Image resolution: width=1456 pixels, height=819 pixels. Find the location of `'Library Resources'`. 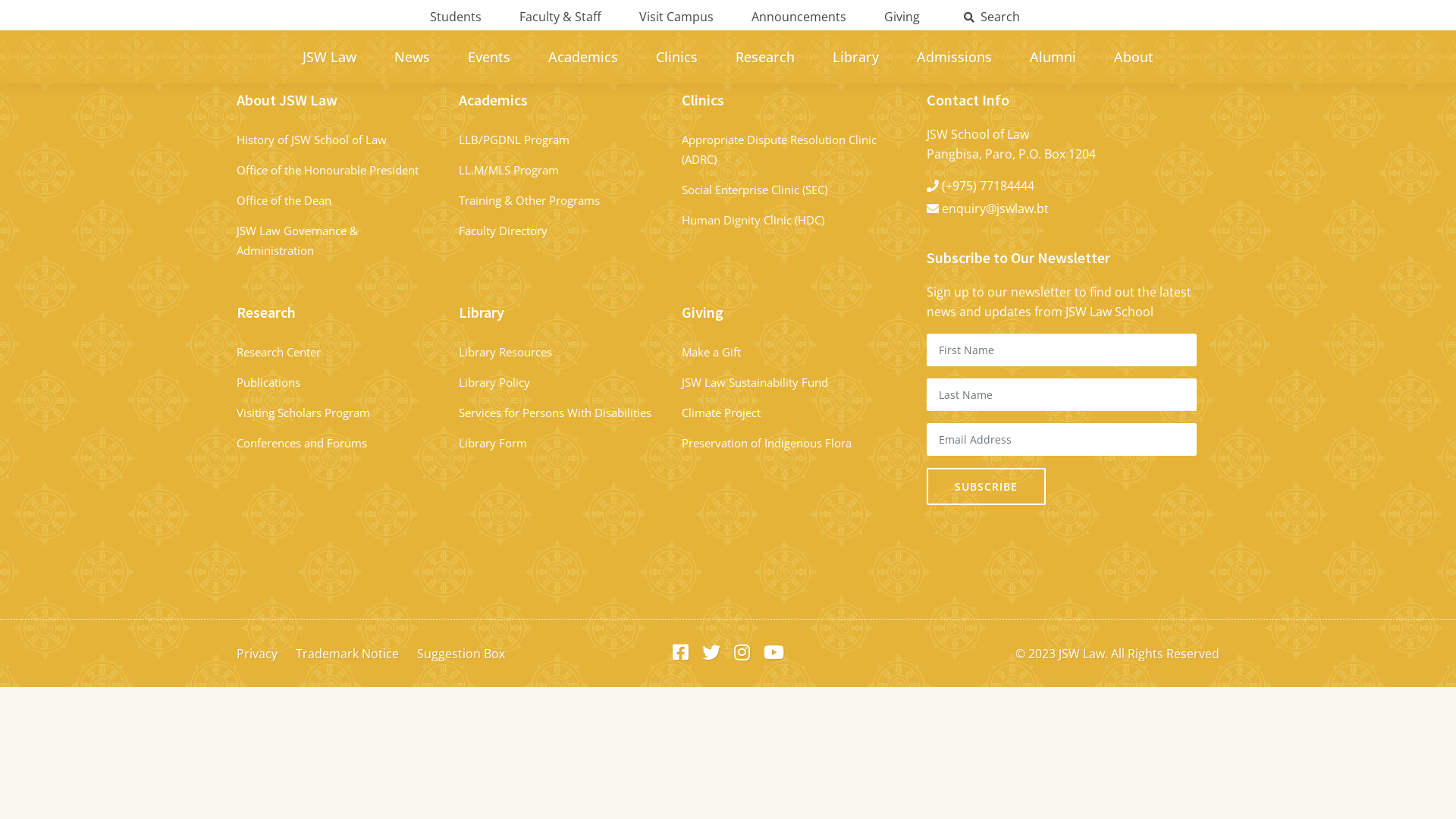

'Library Resources' is located at coordinates (457, 351).